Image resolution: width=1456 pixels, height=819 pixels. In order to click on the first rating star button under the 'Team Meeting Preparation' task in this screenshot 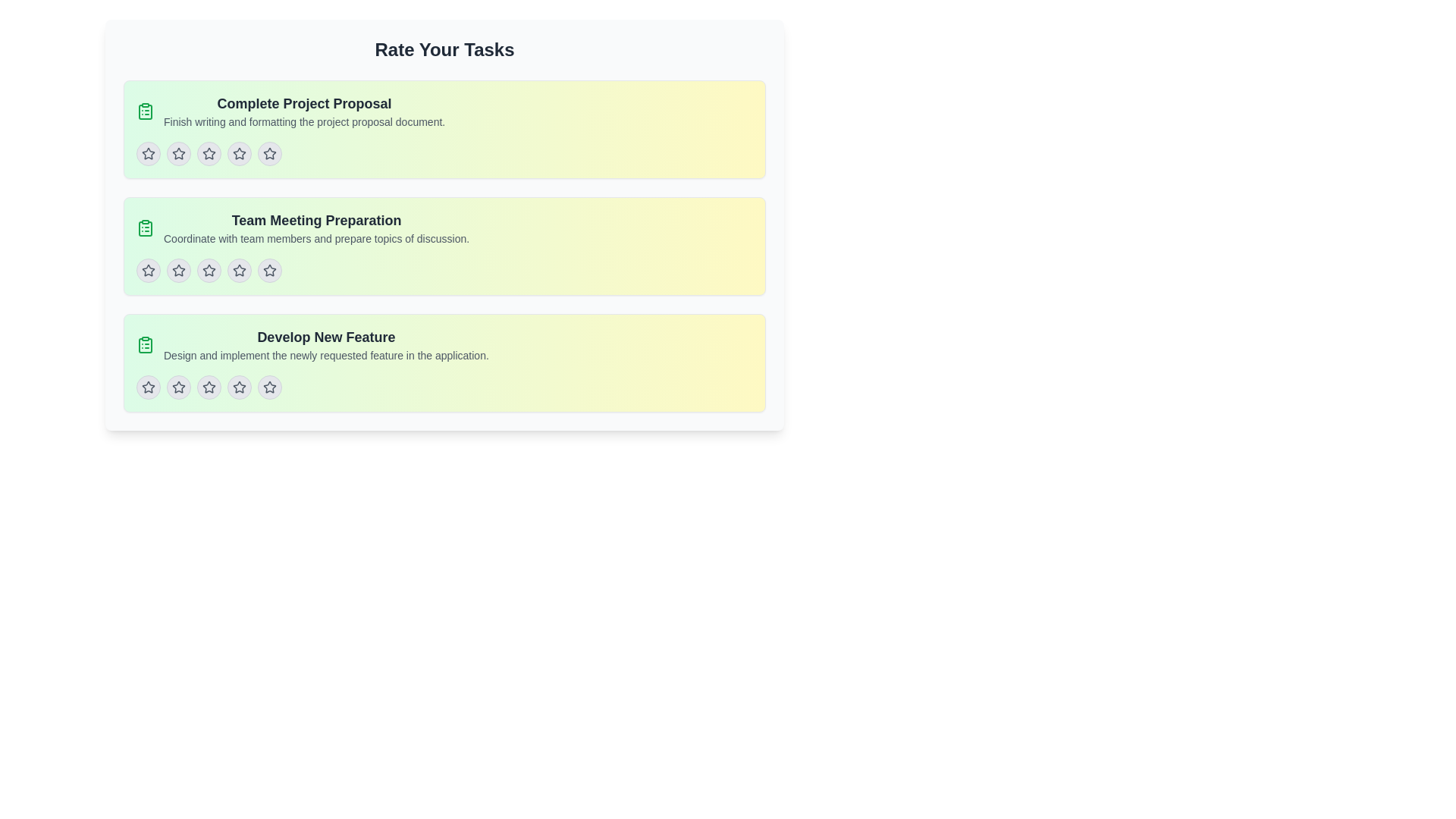, I will do `click(149, 270)`.